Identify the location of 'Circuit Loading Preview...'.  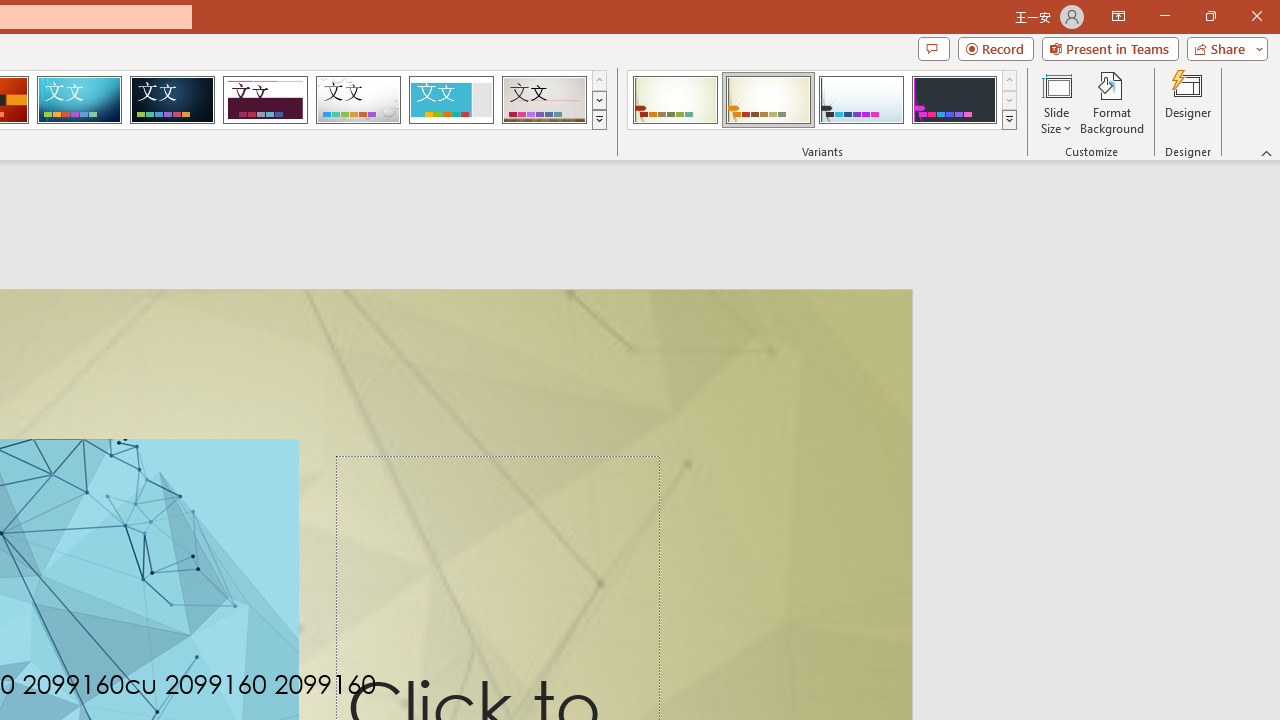
(79, 100).